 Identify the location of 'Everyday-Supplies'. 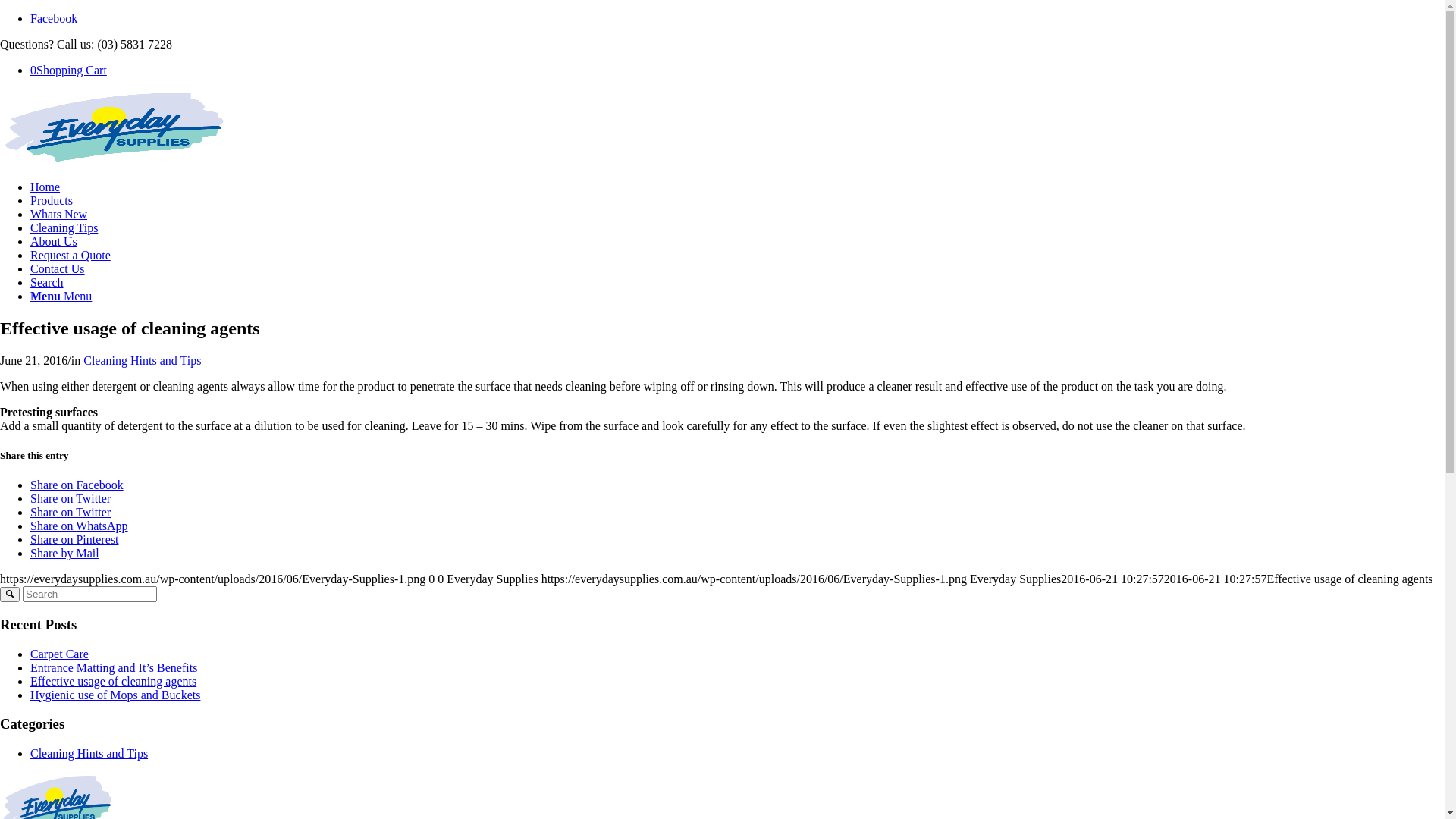
(0, 161).